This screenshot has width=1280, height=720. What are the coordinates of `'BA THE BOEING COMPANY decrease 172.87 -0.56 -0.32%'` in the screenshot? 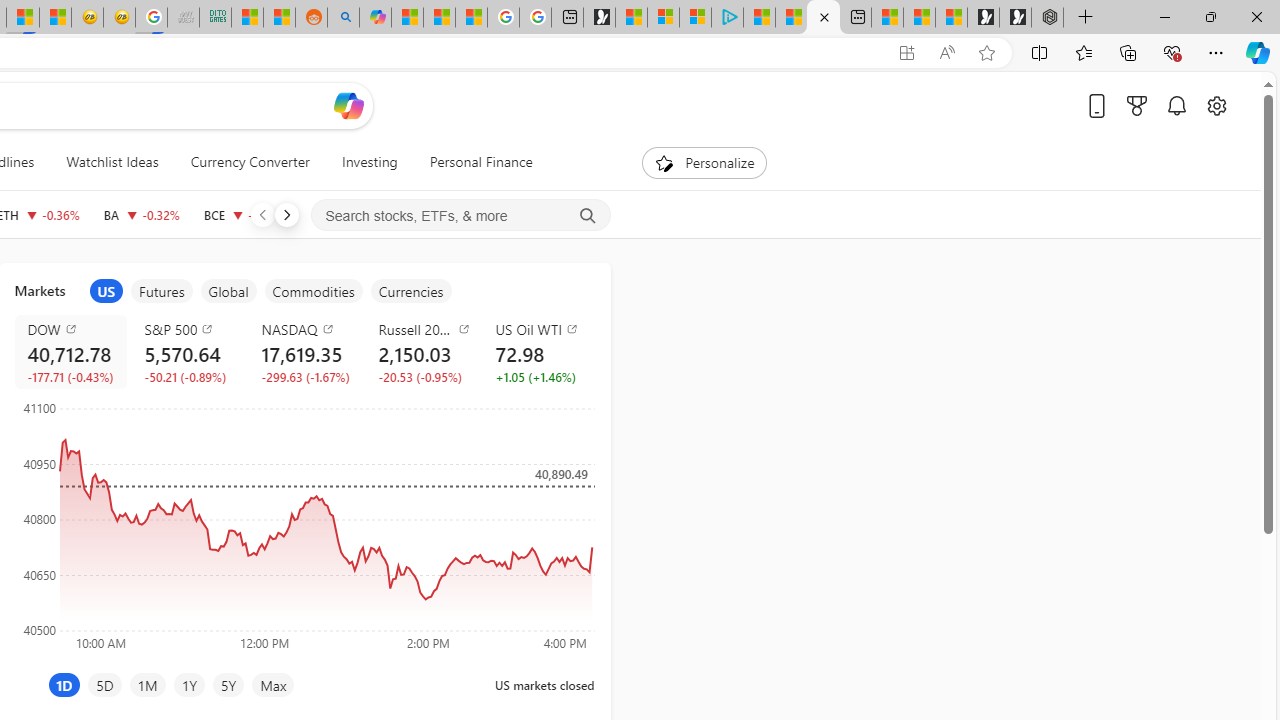 It's located at (140, 214).